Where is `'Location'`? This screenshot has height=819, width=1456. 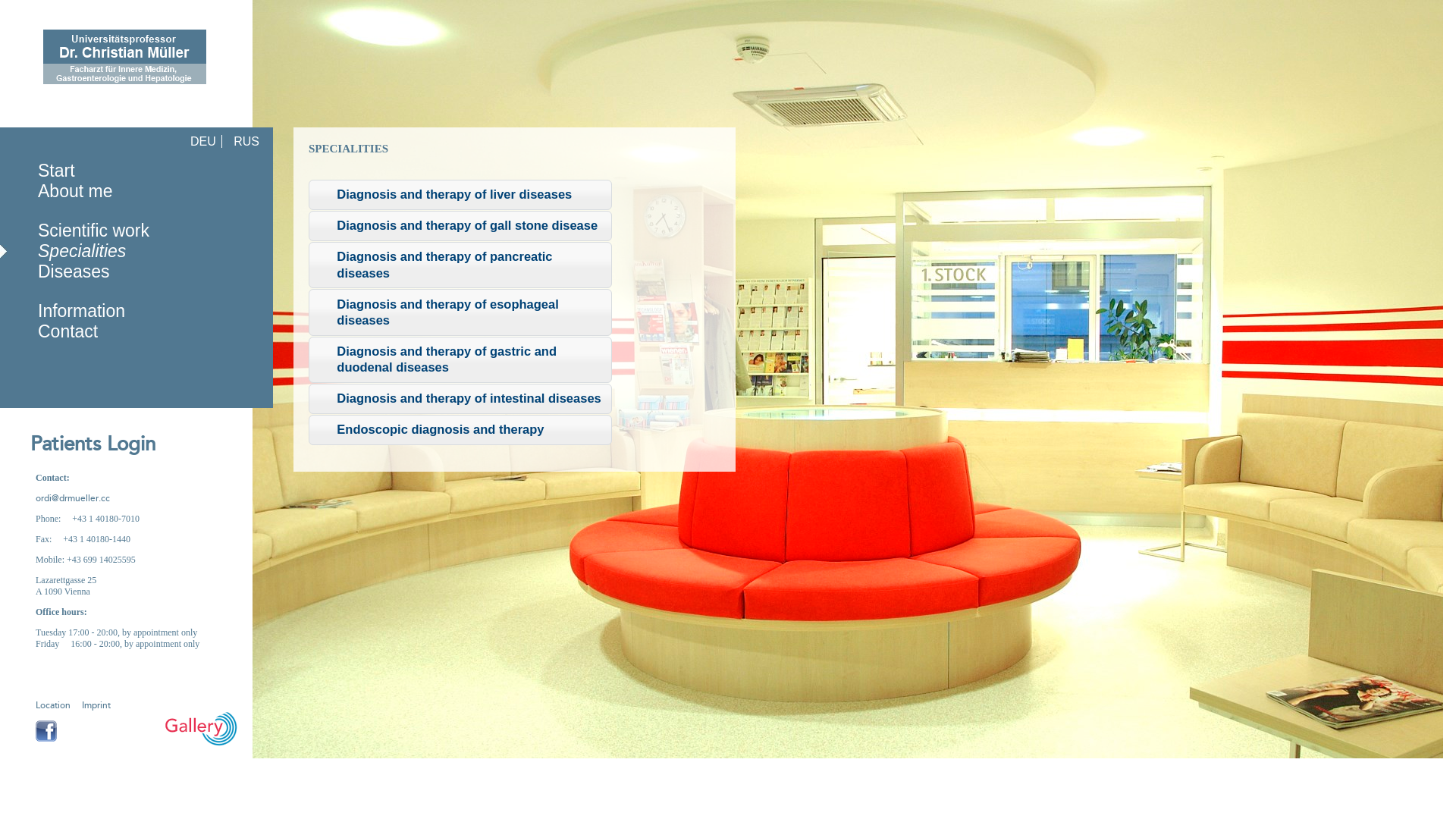 'Location' is located at coordinates (53, 705).